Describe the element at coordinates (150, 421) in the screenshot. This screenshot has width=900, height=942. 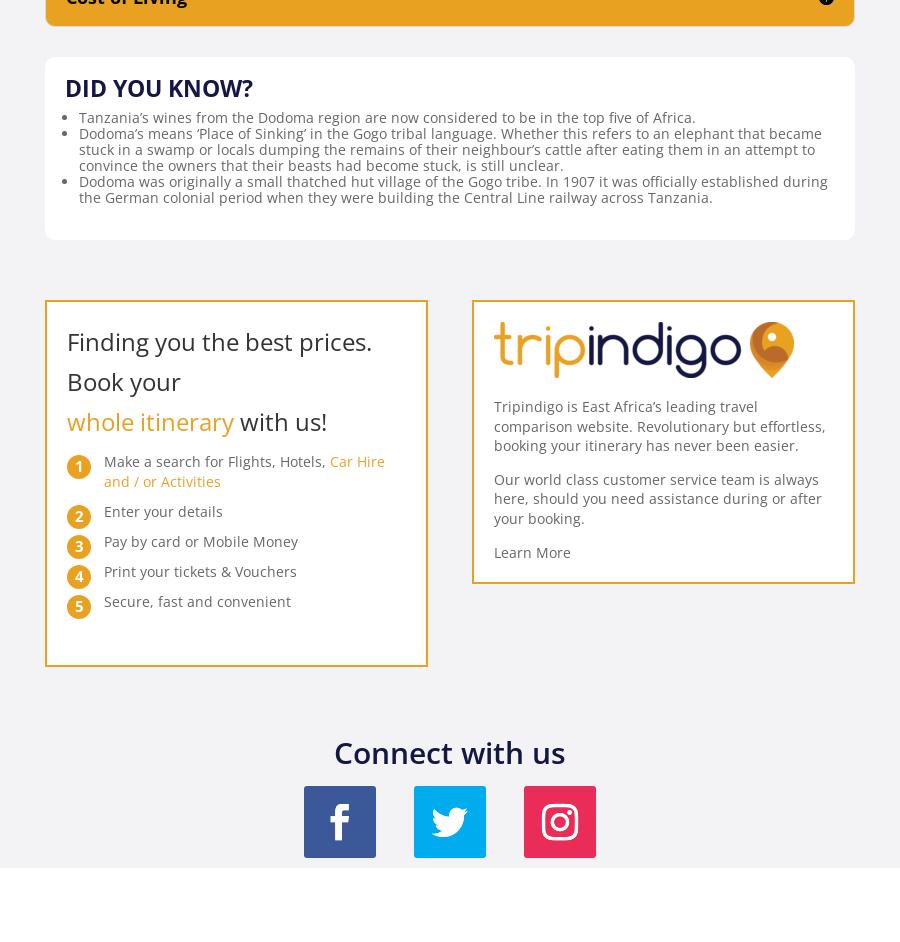
I see `'whole itinerary'` at that location.